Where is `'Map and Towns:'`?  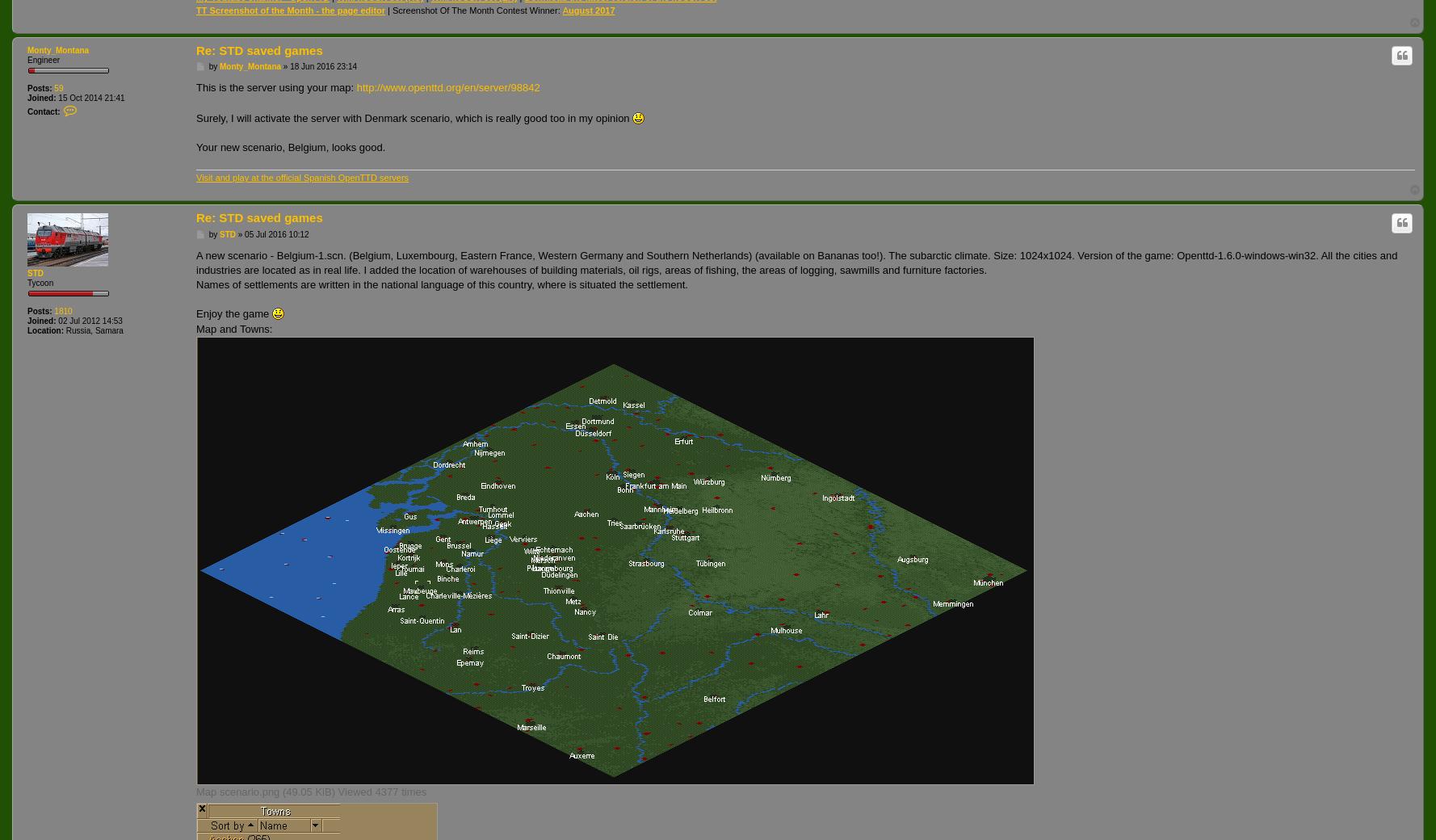
'Map and Towns:' is located at coordinates (233, 328).